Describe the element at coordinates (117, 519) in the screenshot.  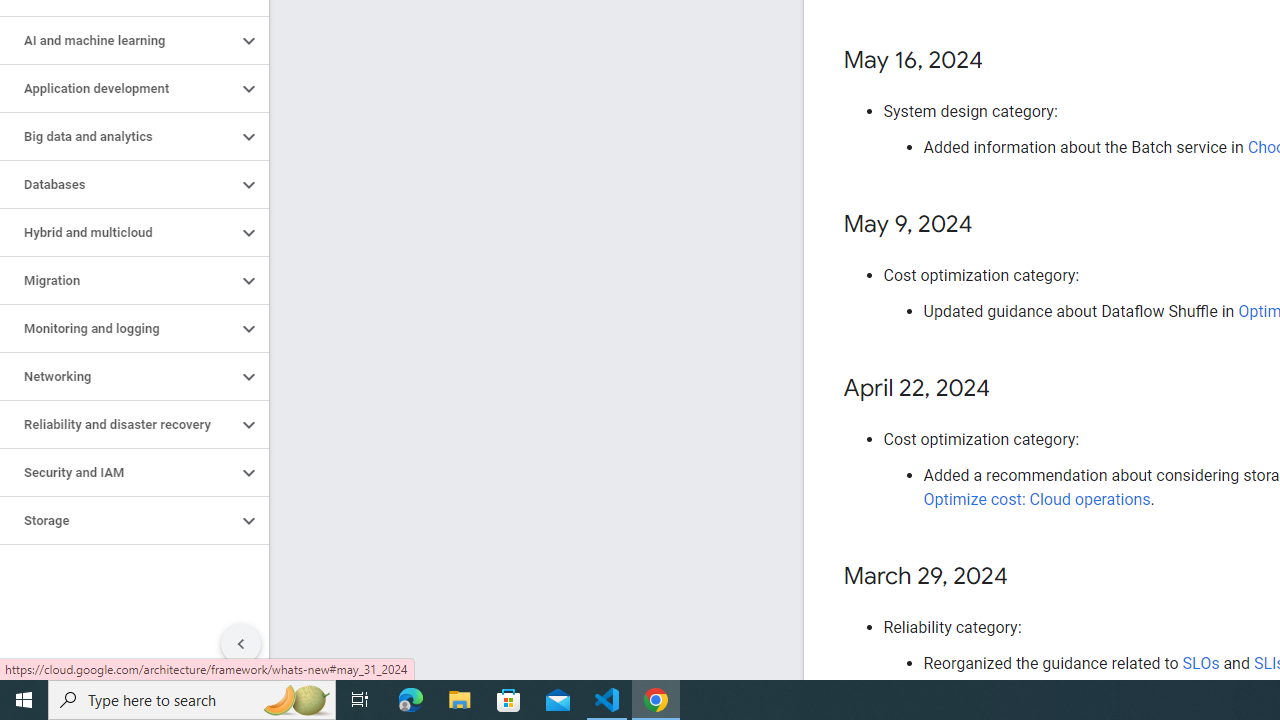
I see `'Storage'` at that location.